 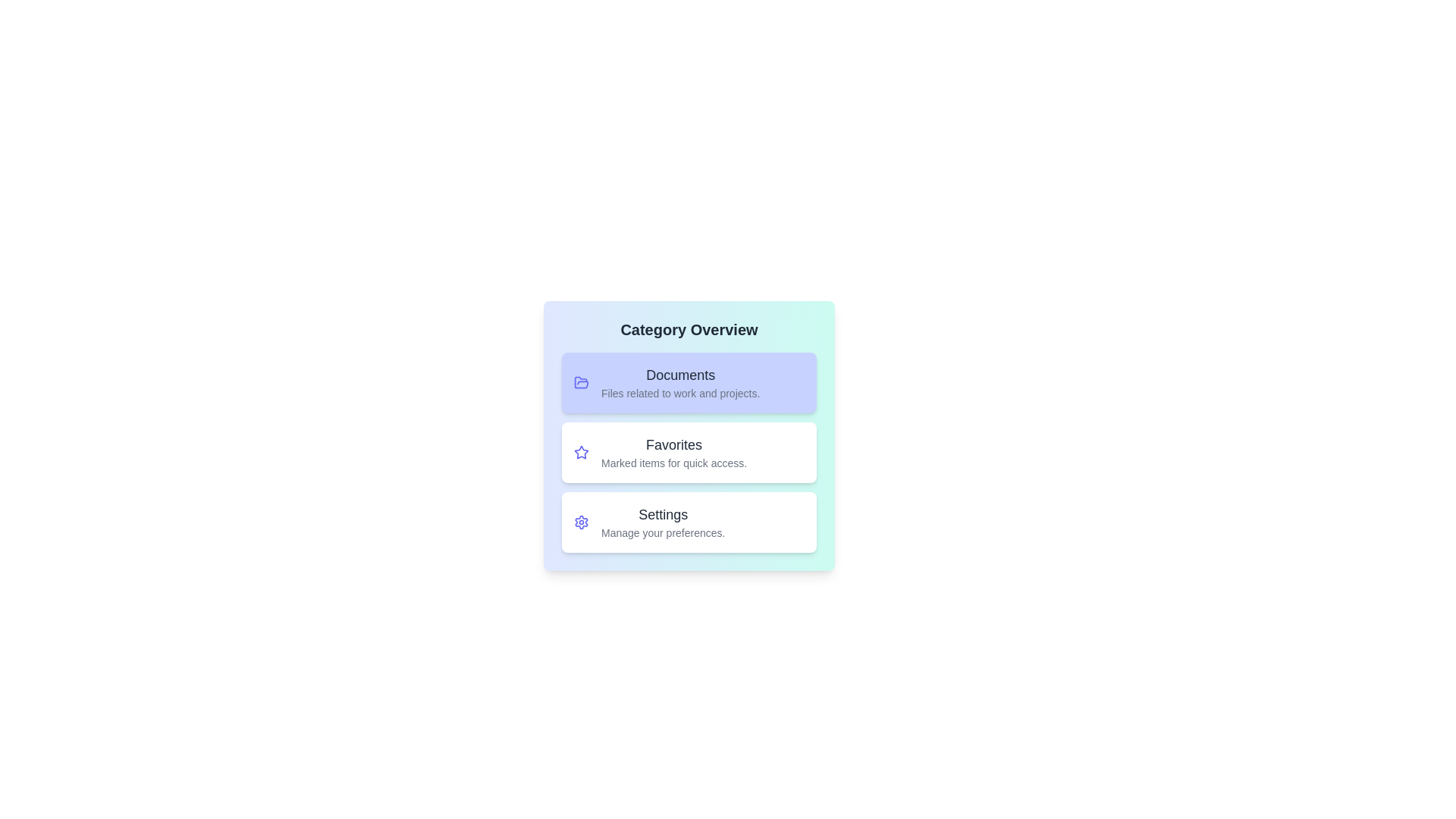 What do you see at coordinates (688, 522) in the screenshot?
I see `the category Settings from the list` at bounding box center [688, 522].